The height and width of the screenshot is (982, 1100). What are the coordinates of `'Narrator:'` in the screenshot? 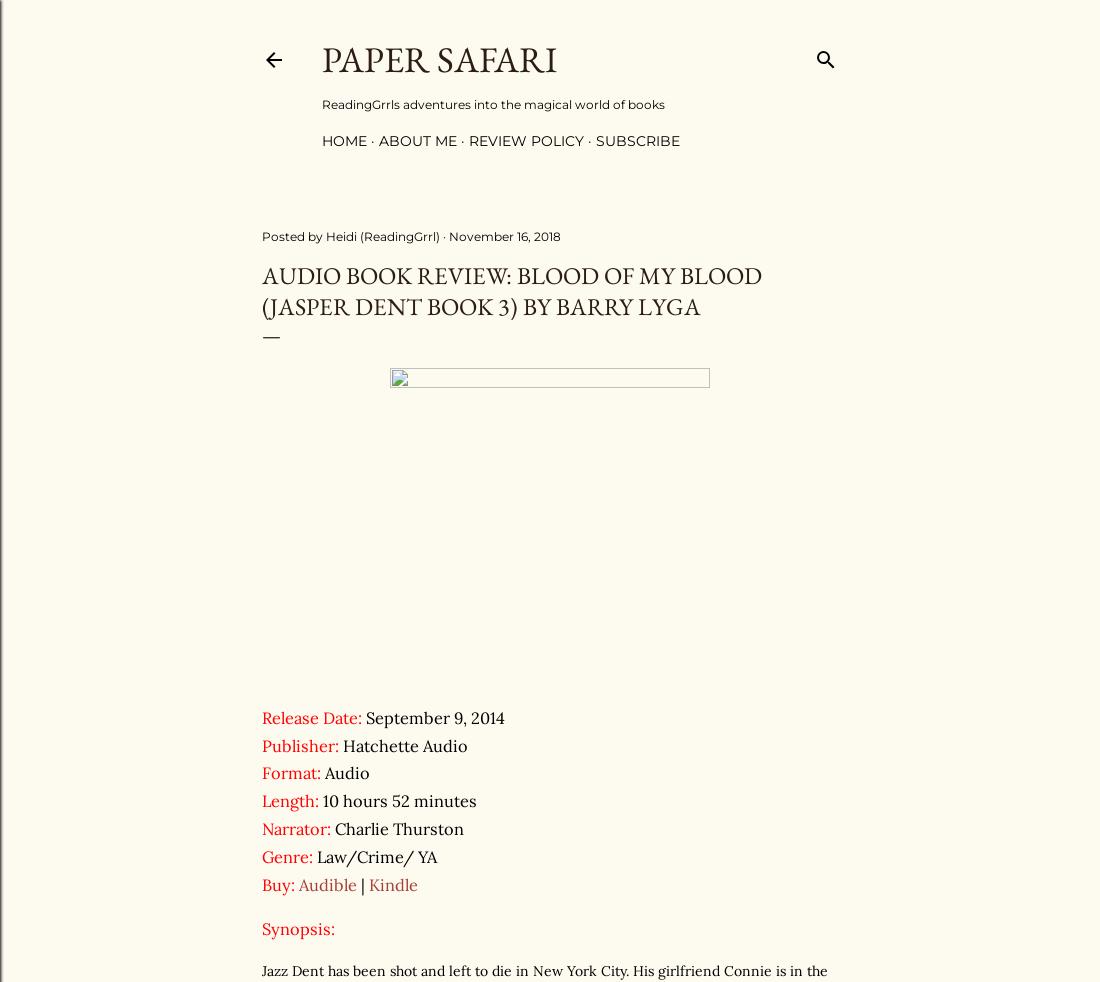 It's located at (295, 829).